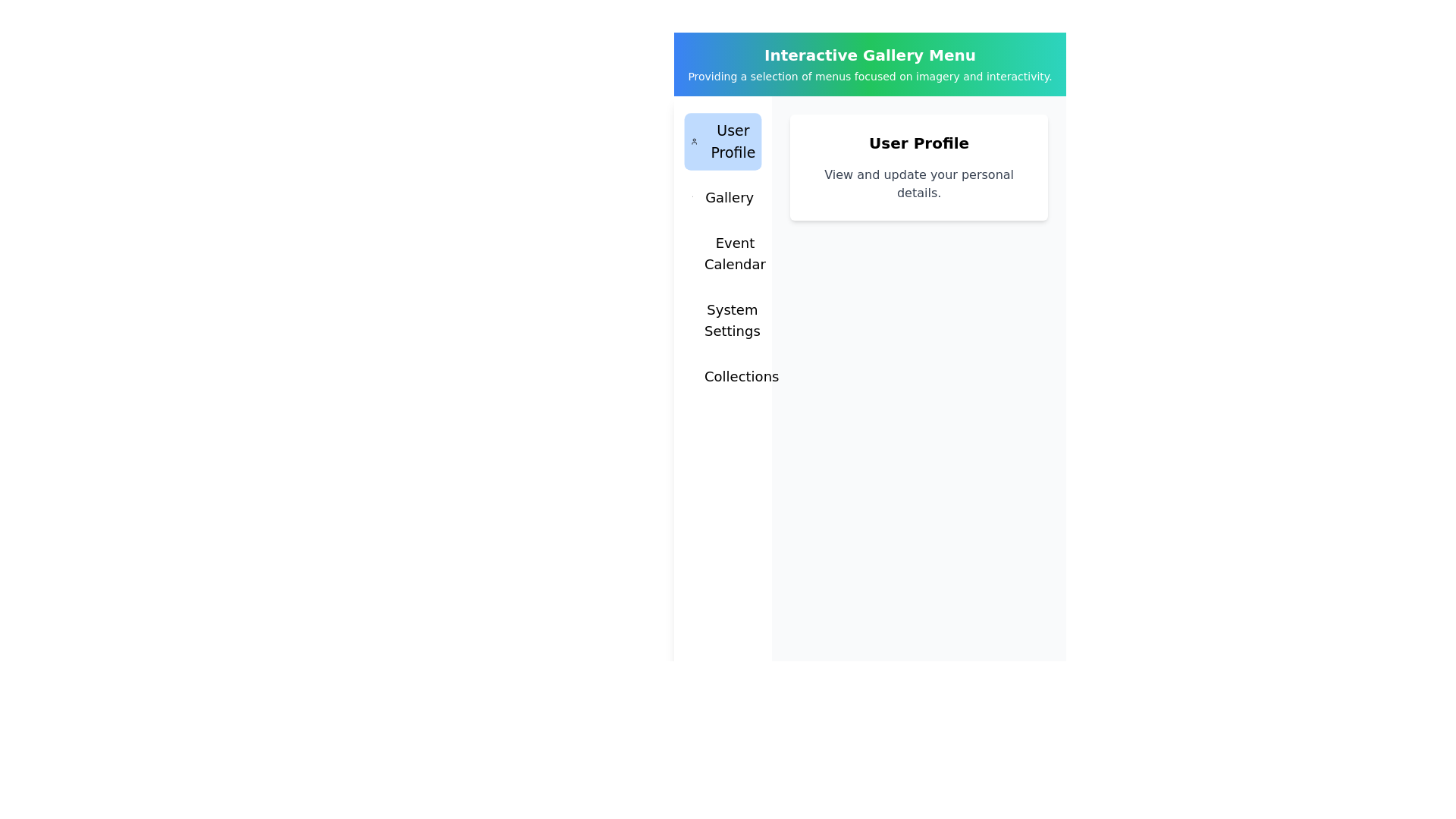 This screenshot has width=1456, height=819. What do you see at coordinates (722, 197) in the screenshot?
I see `the menu item Gallery to observe its hover effect` at bounding box center [722, 197].